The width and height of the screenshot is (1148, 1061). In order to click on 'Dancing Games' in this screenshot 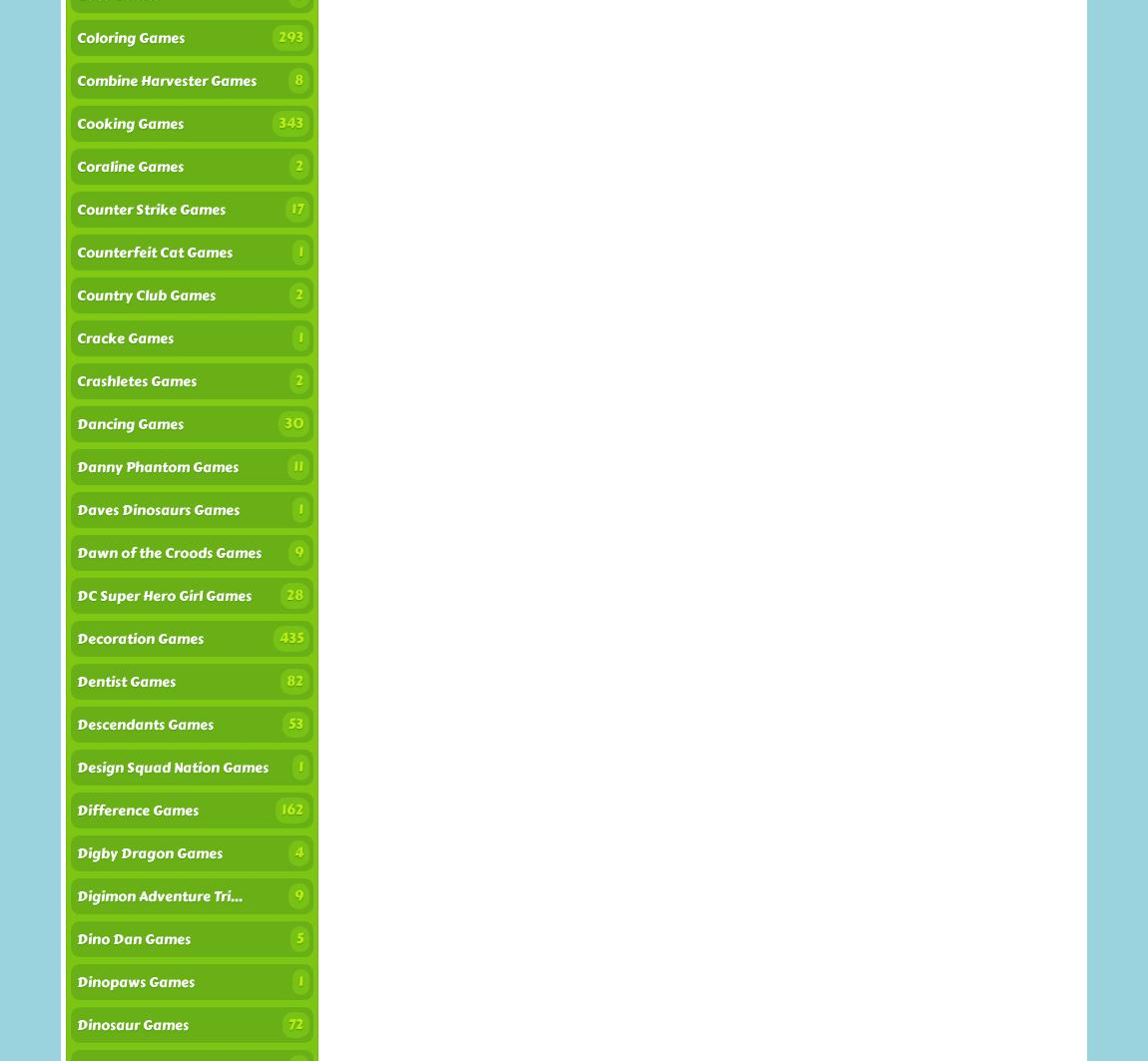, I will do `click(129, 424)`.